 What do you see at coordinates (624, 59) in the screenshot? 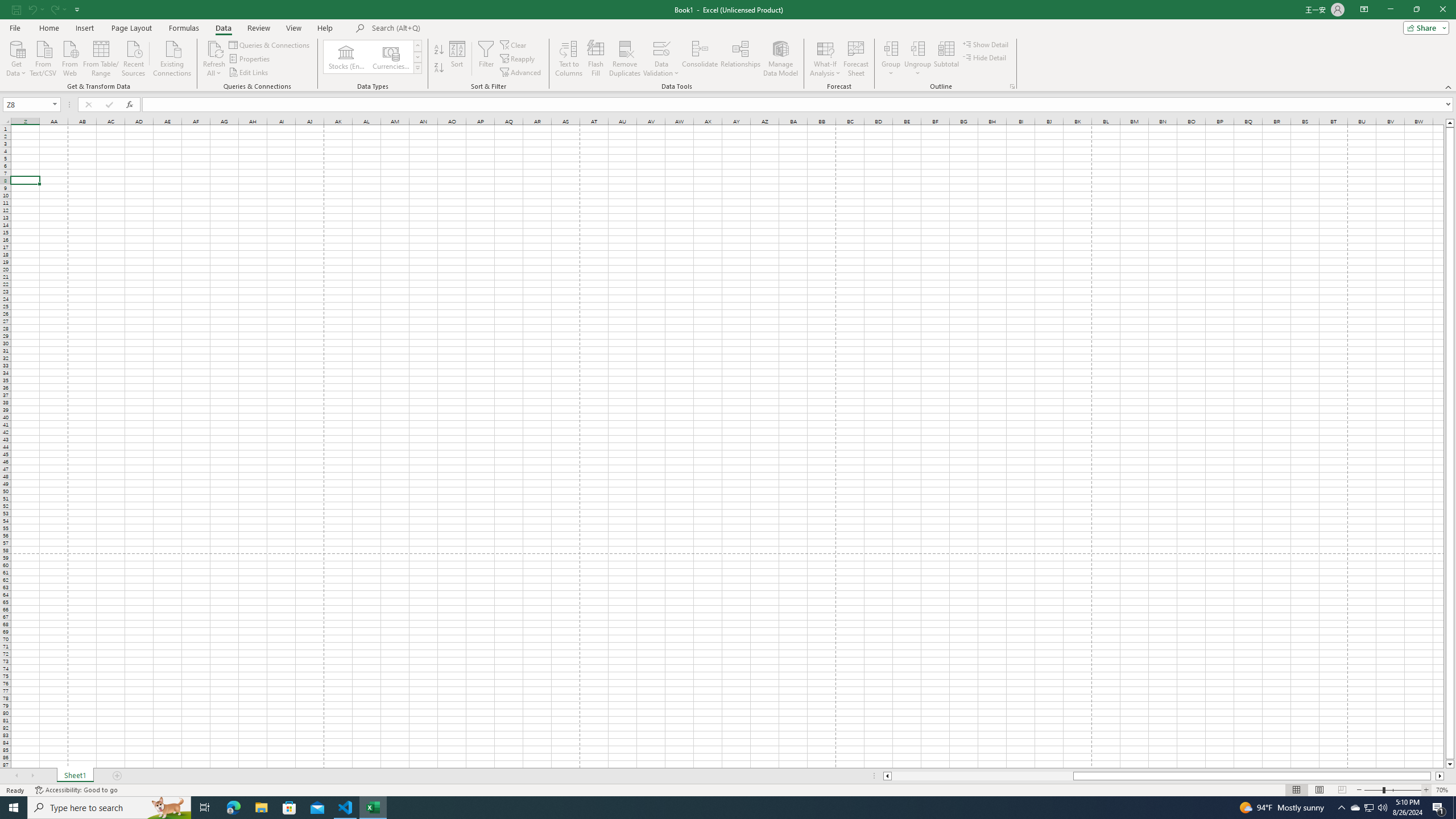
I see `'Remove Duplicates'` at bounding box center [624, 59].